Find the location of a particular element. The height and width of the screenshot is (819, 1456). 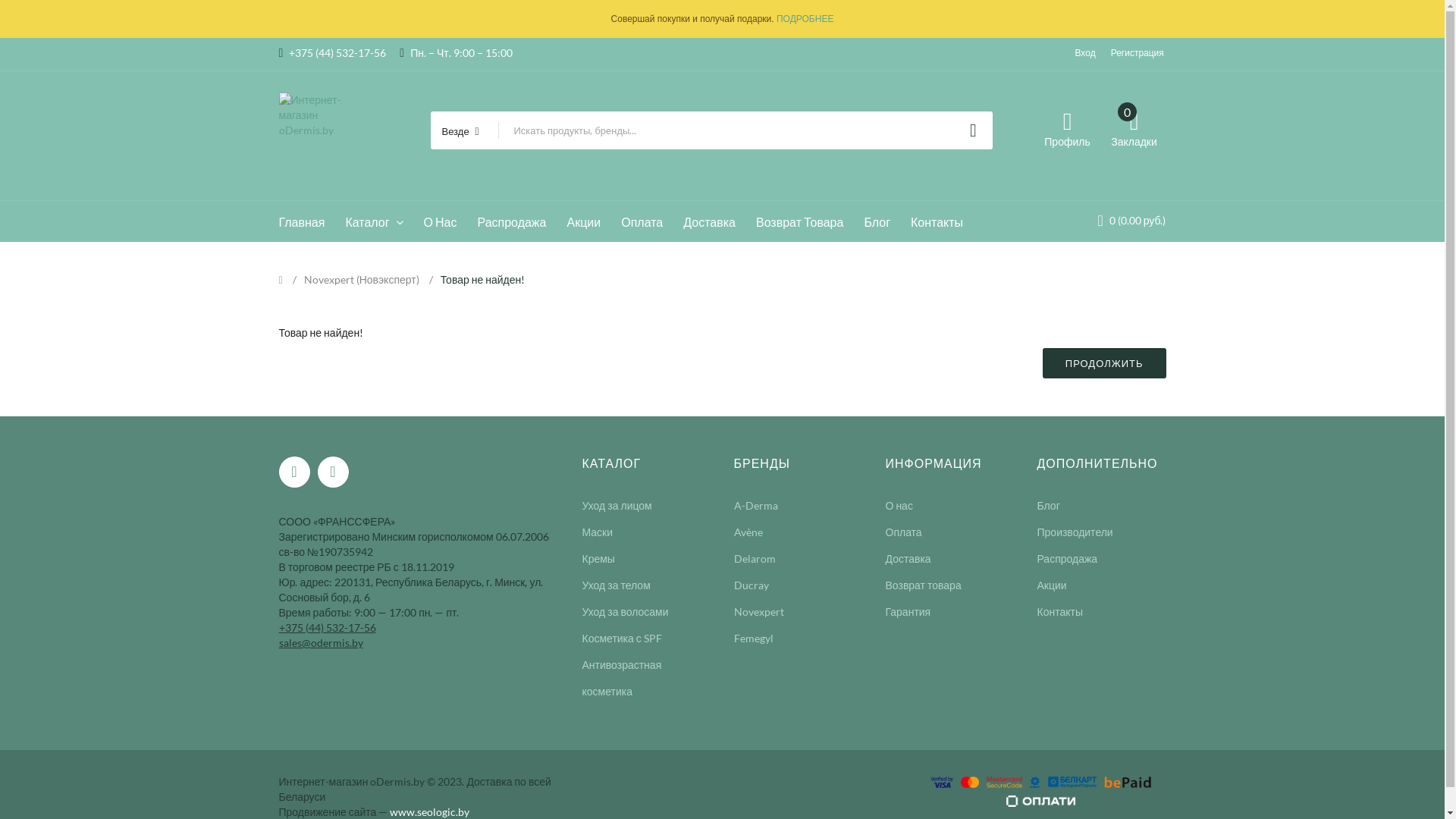

'Novexpert' is located at coordinates (759, 610).